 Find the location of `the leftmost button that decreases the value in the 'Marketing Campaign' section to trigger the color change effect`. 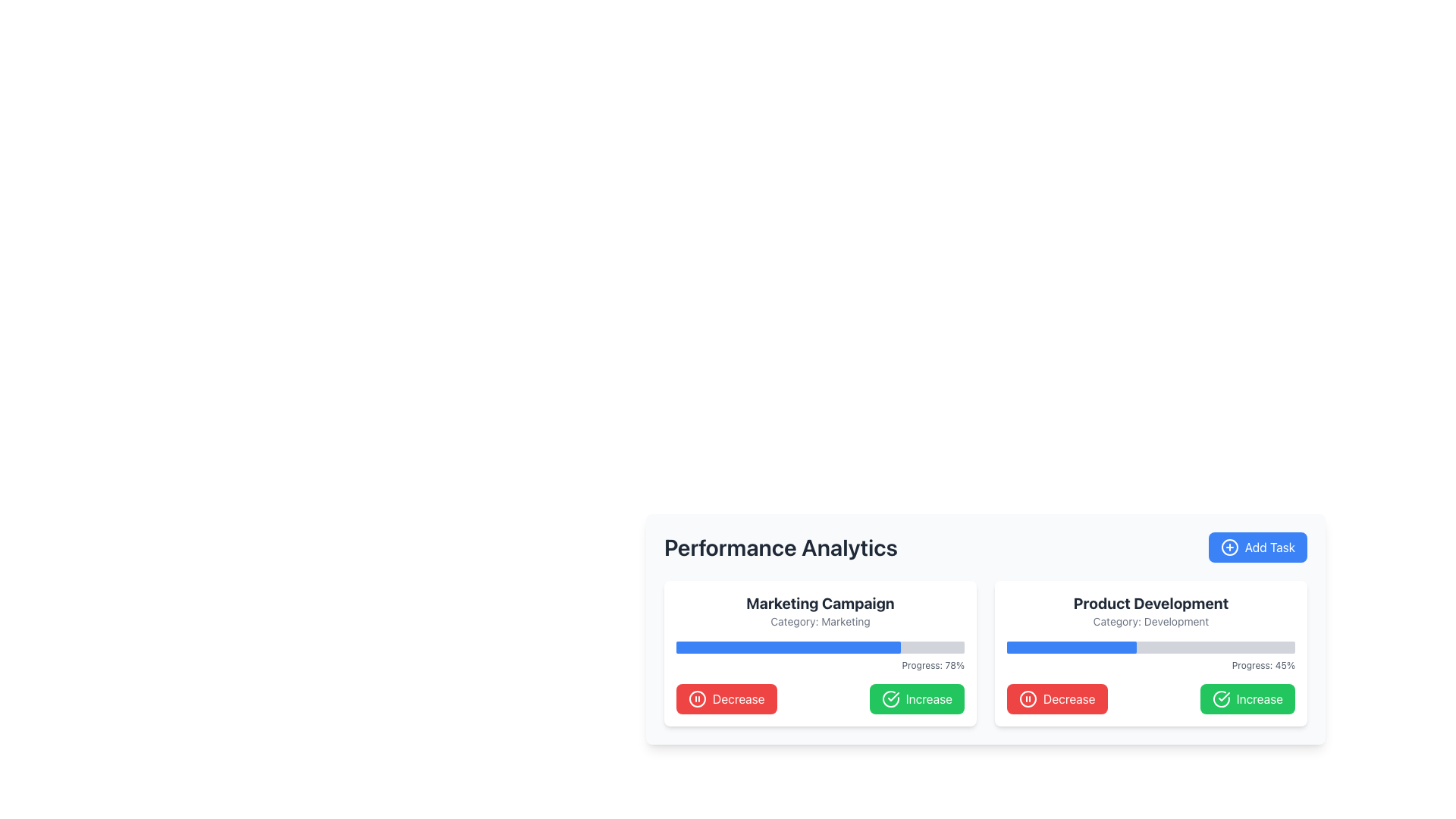

the leftmost button that decreases the value in the 'Marketing Campaign' section to trigger the color change effect is located at coordinates (726, 698).